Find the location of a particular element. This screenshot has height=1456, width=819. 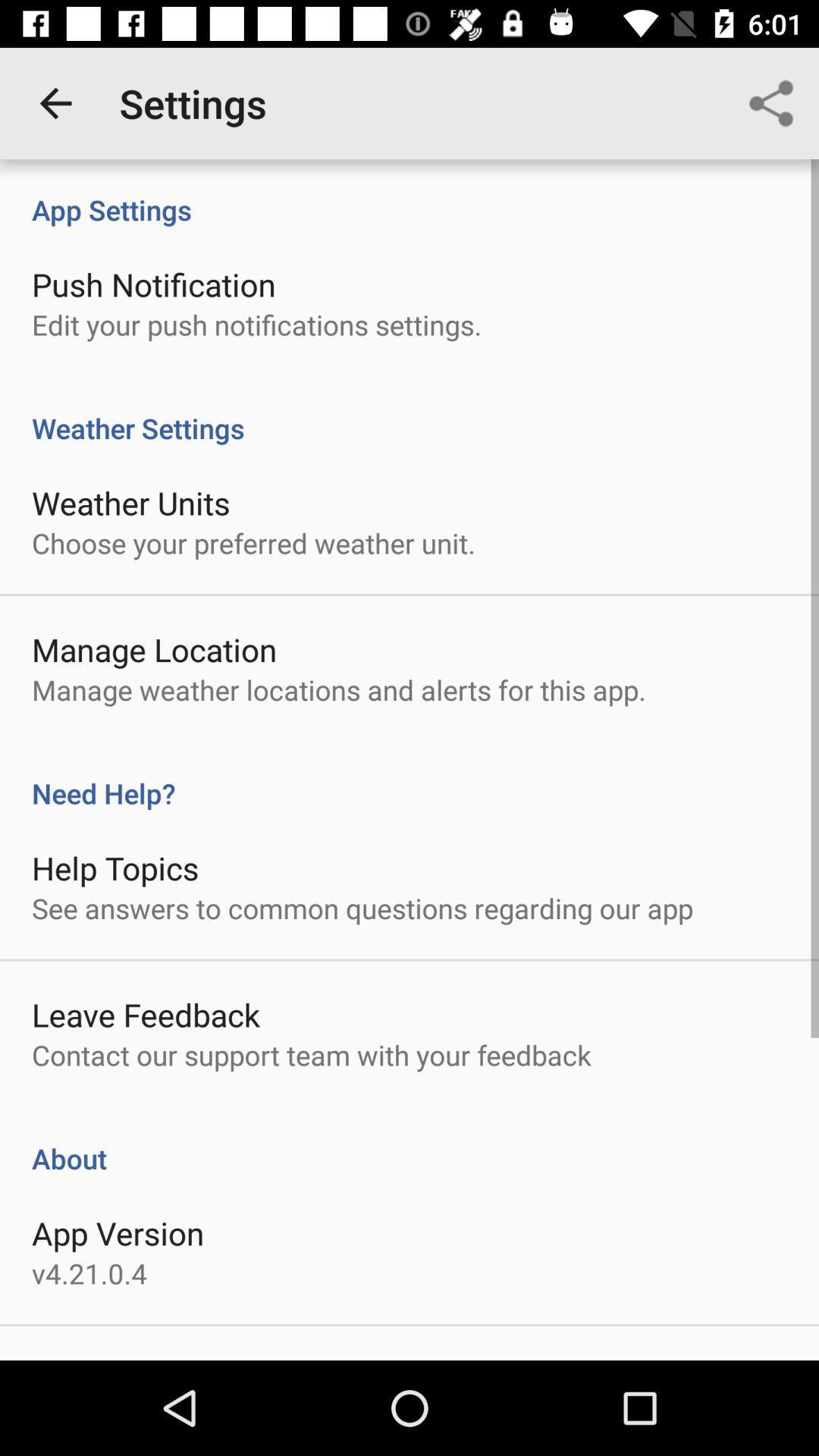

the contact our support is located at coordinates (311, 1054).